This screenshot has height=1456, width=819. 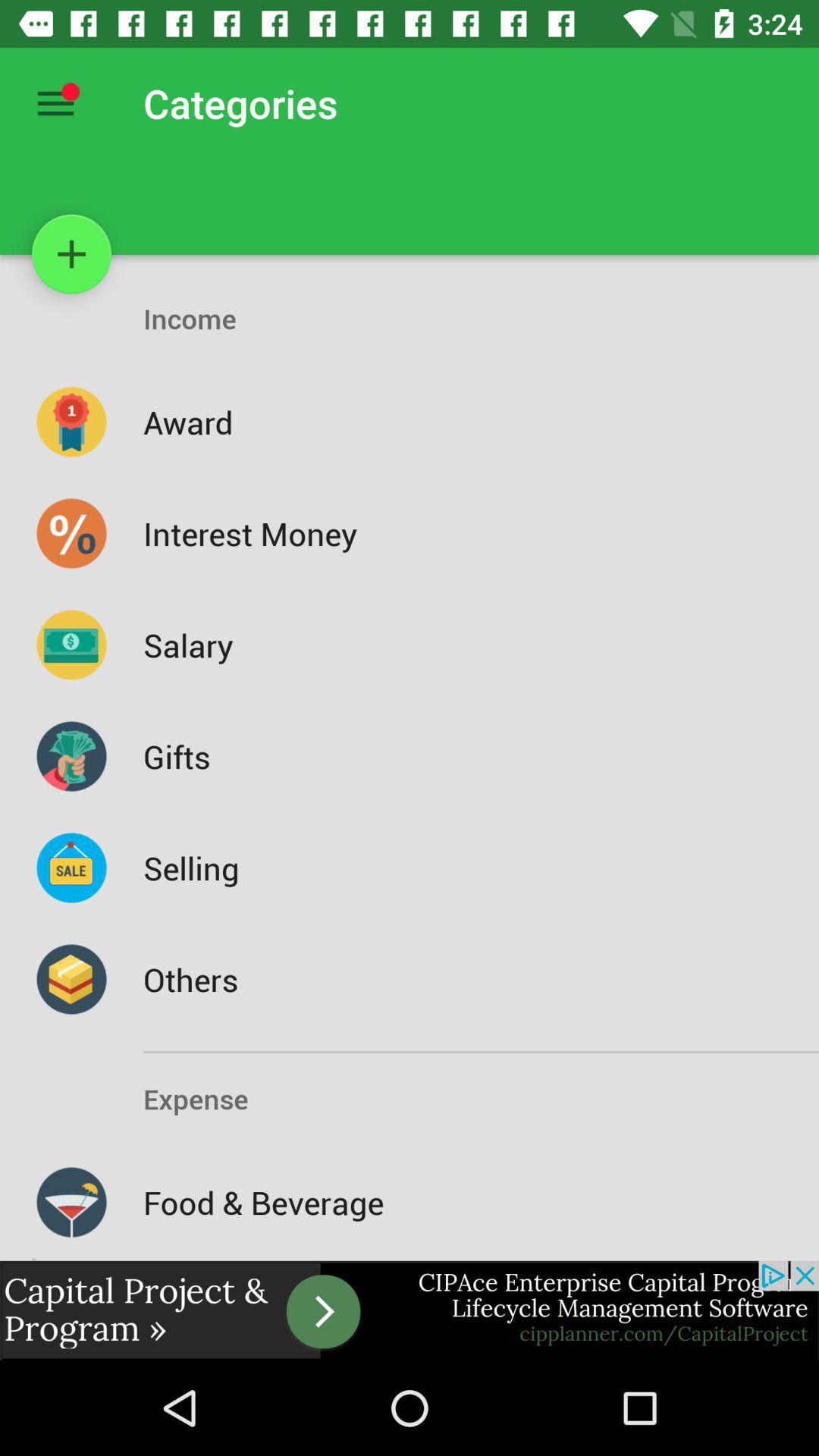 I want to click on menu options, so click(x=55, y=102).